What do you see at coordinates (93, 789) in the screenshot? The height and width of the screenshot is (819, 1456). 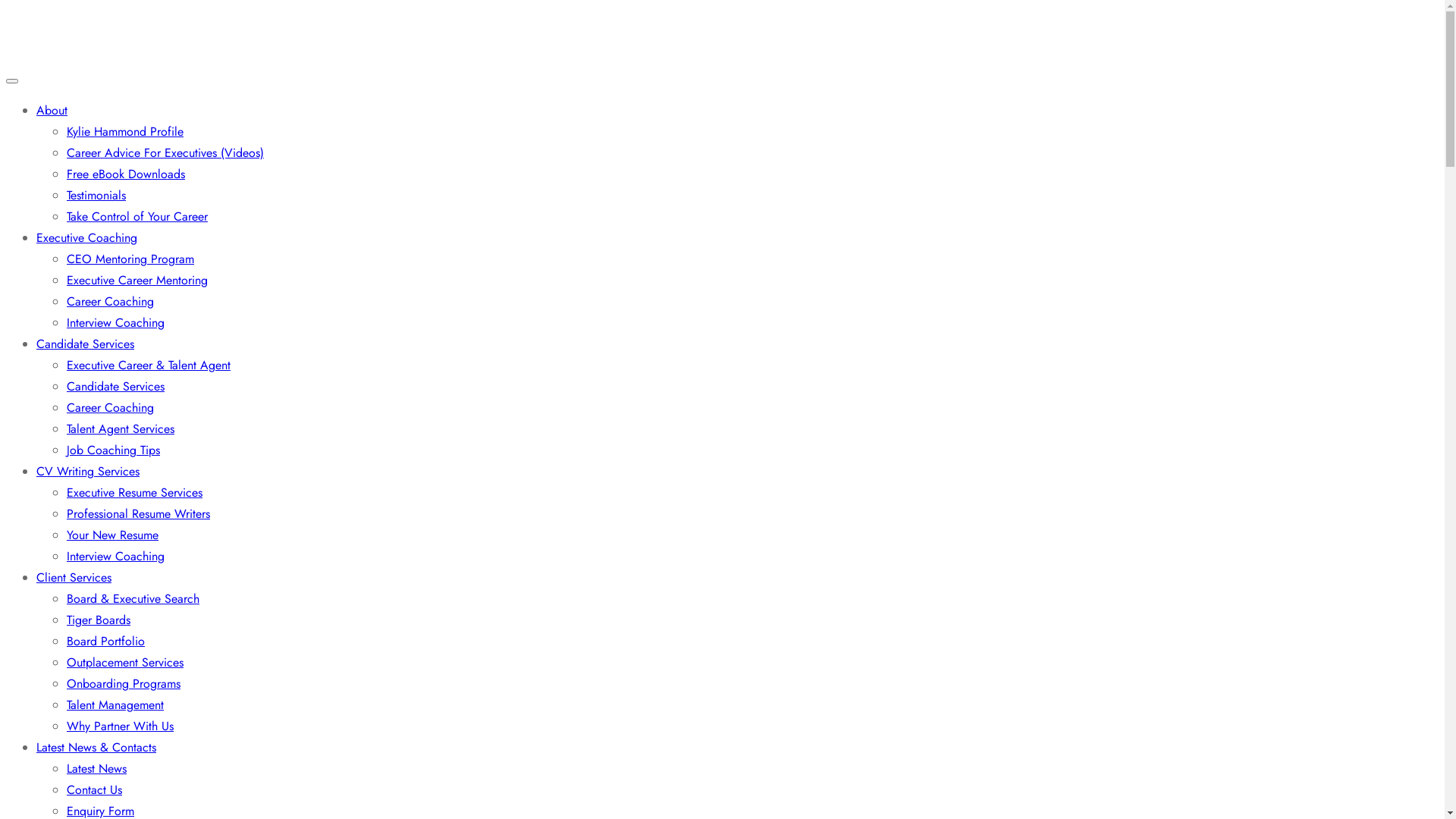 I see `'Contact Us'` at bounding box center [93, 789].